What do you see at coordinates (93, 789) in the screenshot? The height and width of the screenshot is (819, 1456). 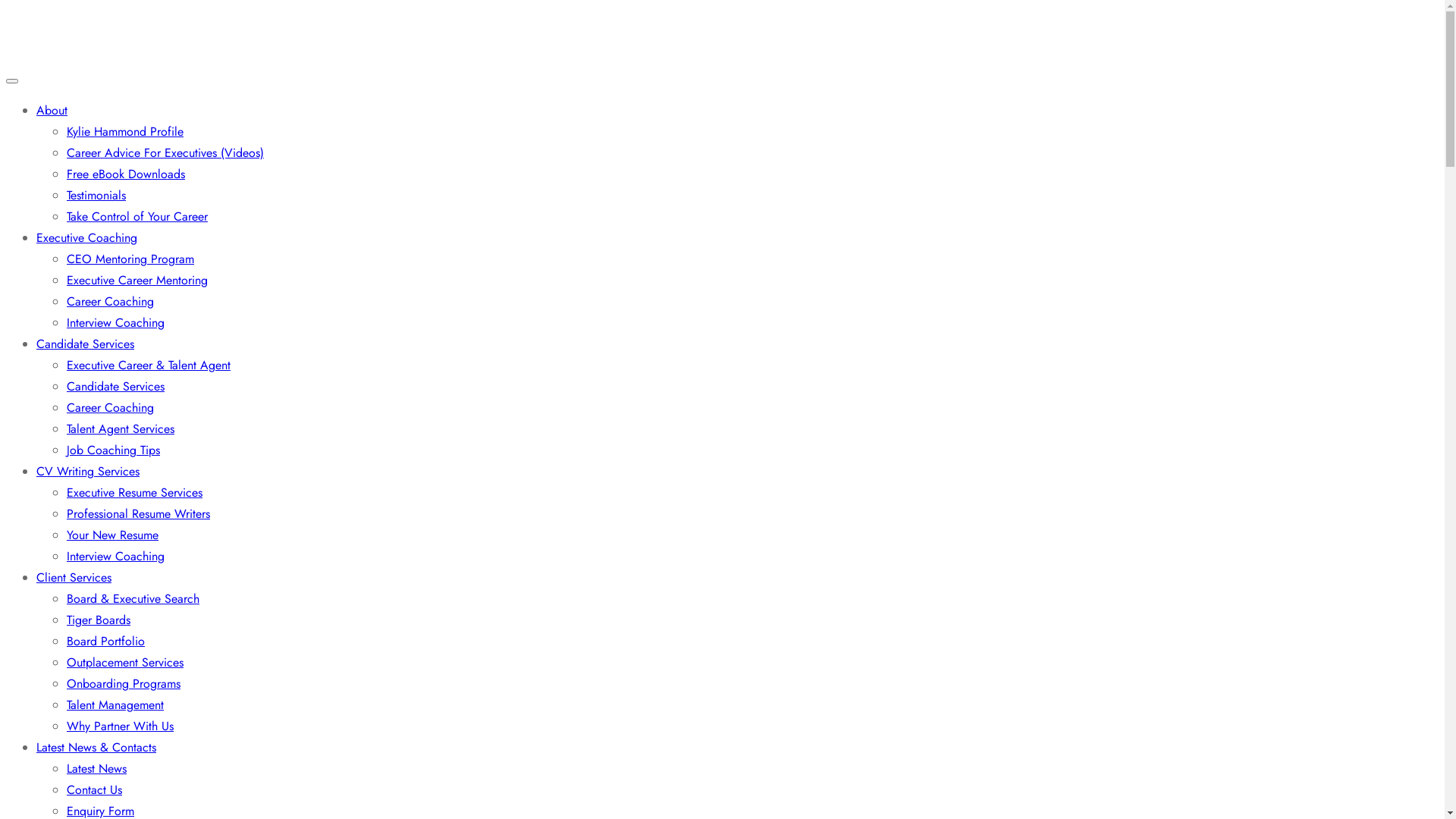 I see `'Contact Us'` at bounding box center [93, 789].